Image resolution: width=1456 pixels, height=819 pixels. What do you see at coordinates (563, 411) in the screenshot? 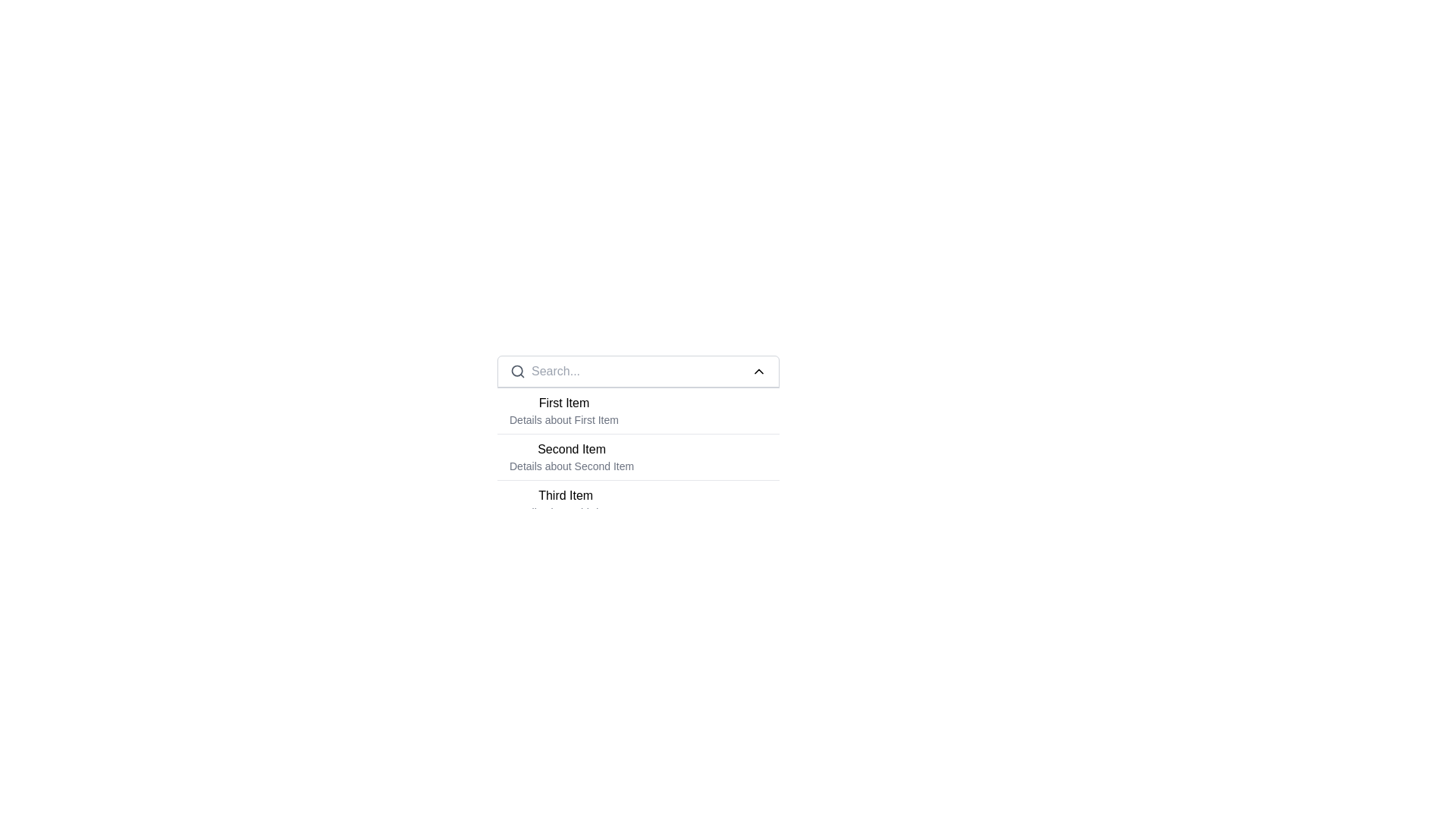
I see `on the first item in the selectable list, which has a title and subtitle` at bounding box center [563, 411].